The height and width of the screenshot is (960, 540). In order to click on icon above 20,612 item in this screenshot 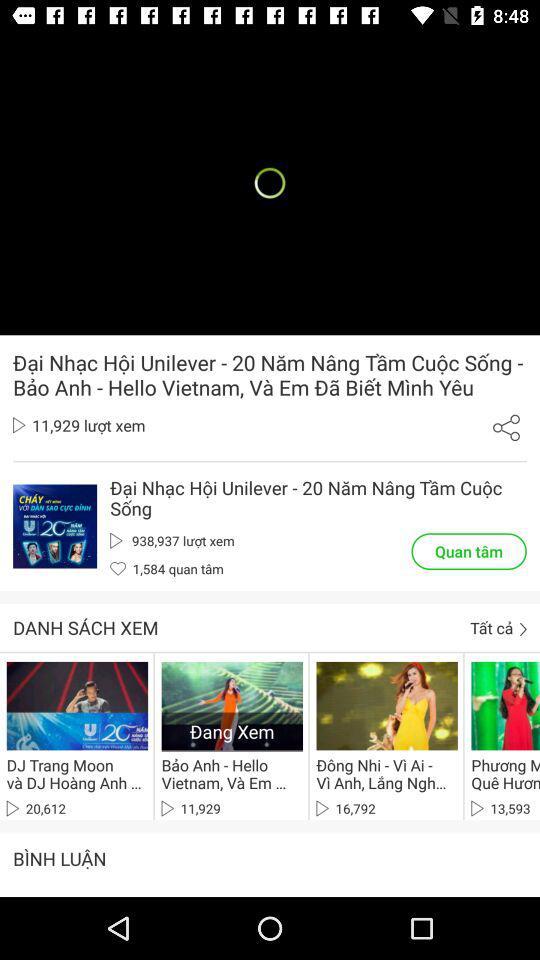, I will do `click(73, 773)`.